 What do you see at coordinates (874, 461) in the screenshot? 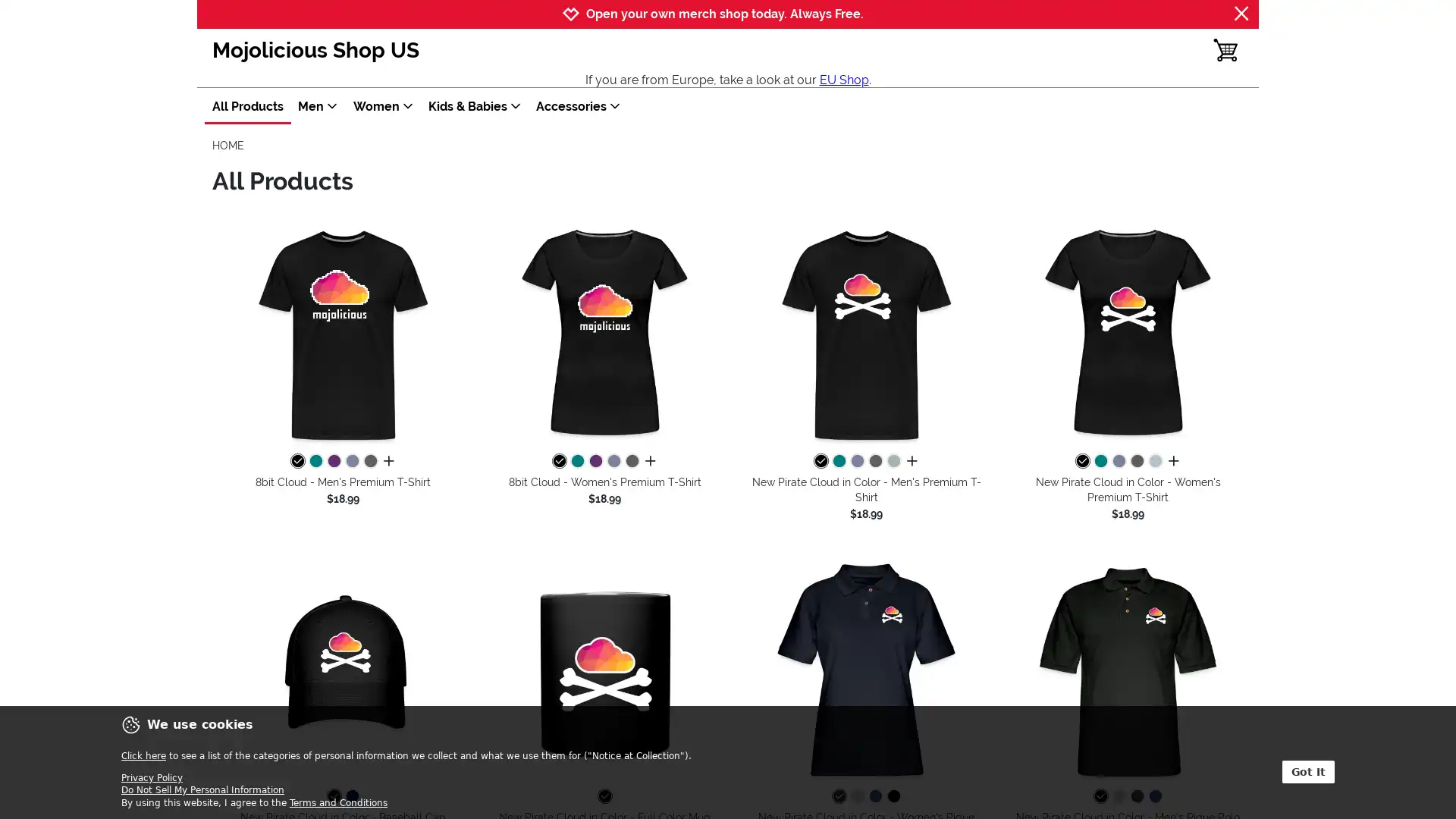
I see `charcoal grey` at bounding box center [874, 461].